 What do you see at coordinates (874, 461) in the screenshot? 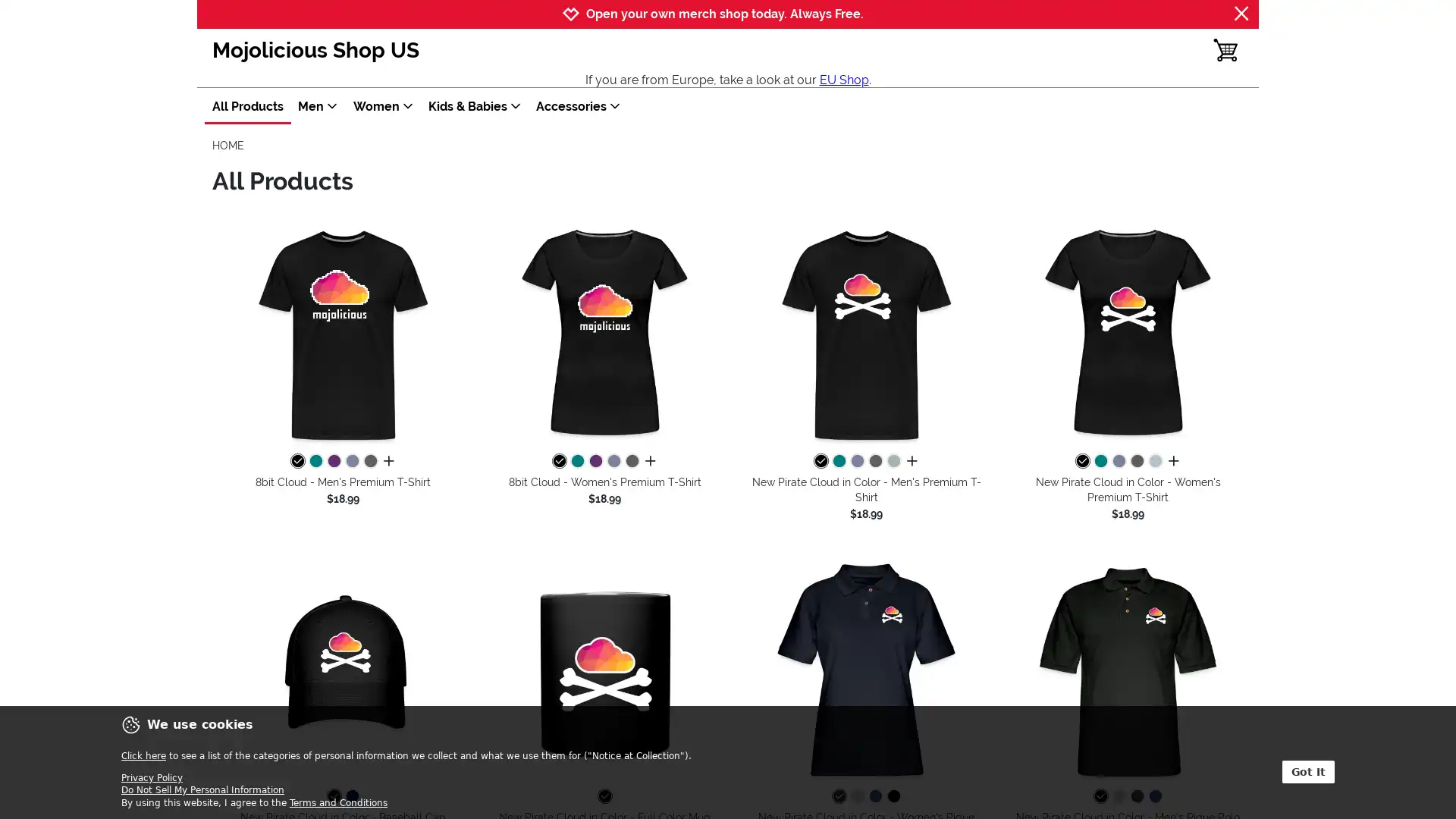
I see `charcoal grey` at bounding box center [874, 461].